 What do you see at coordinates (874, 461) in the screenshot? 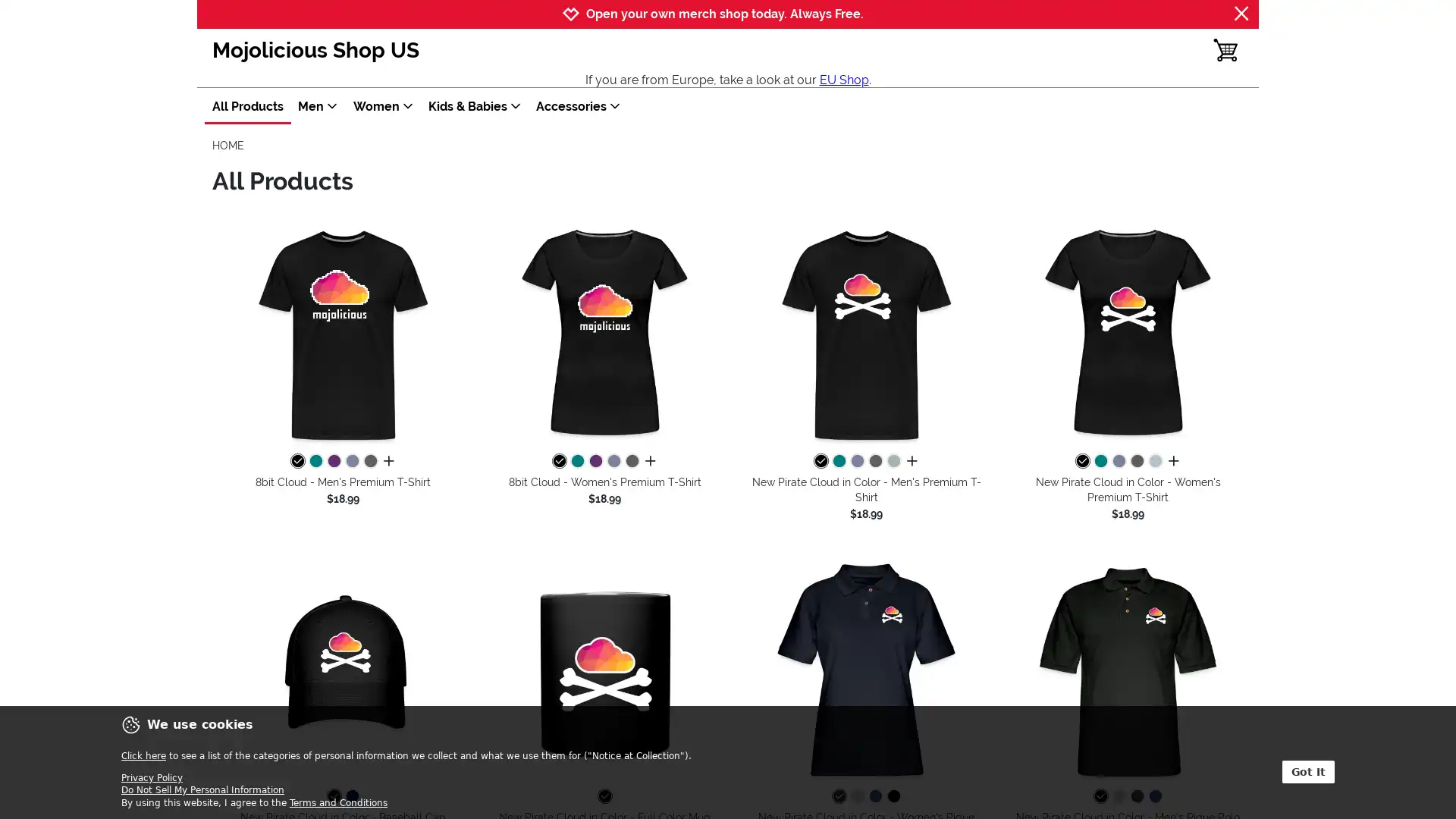
I see `charcoal grey` at bounding box center [874, 461].